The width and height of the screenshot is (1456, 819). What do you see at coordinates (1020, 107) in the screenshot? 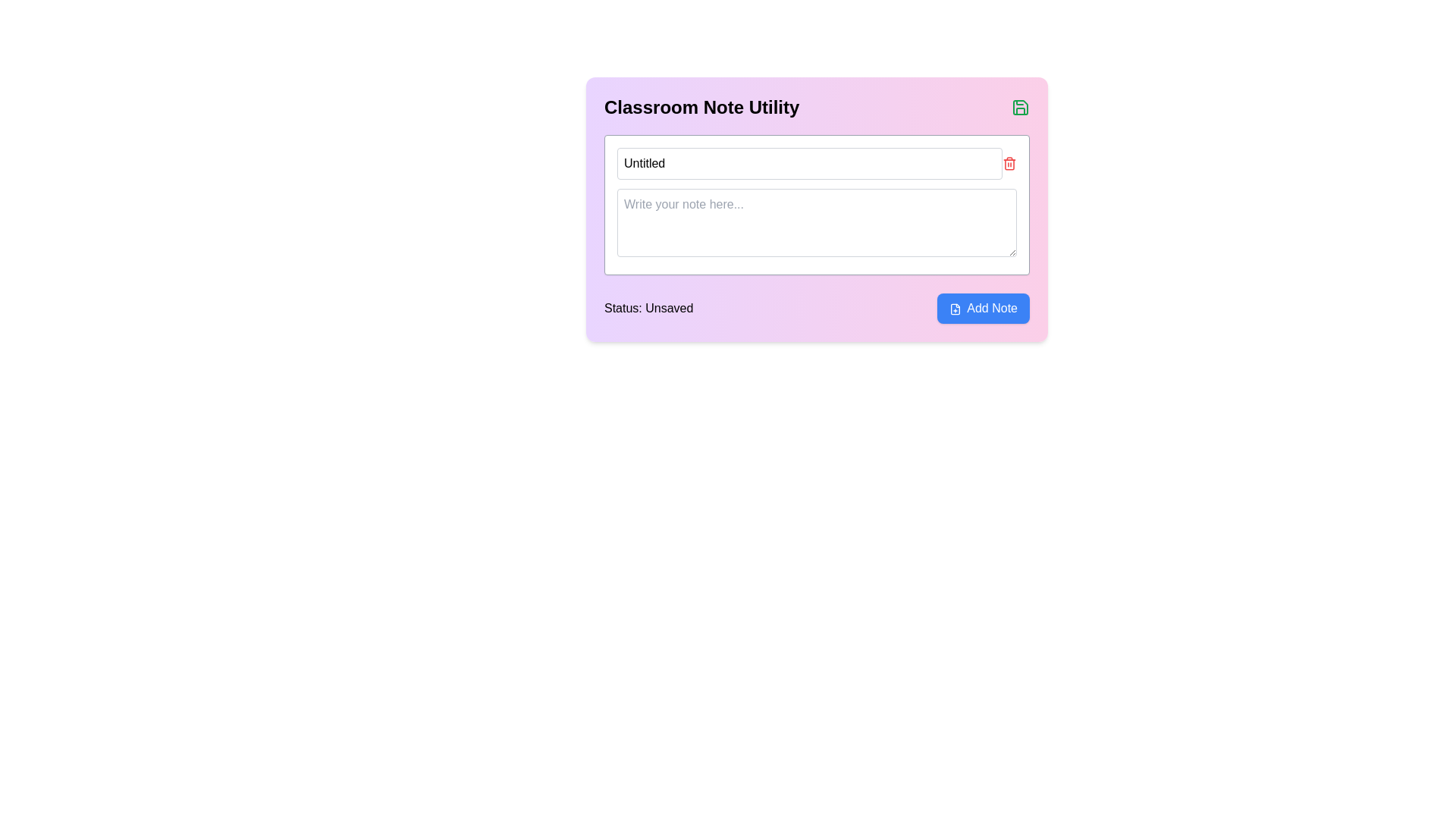
I see `the save icon located in the top-right corner of the 'Classroom Note Utility' header` at bounding box center [1020, 107].